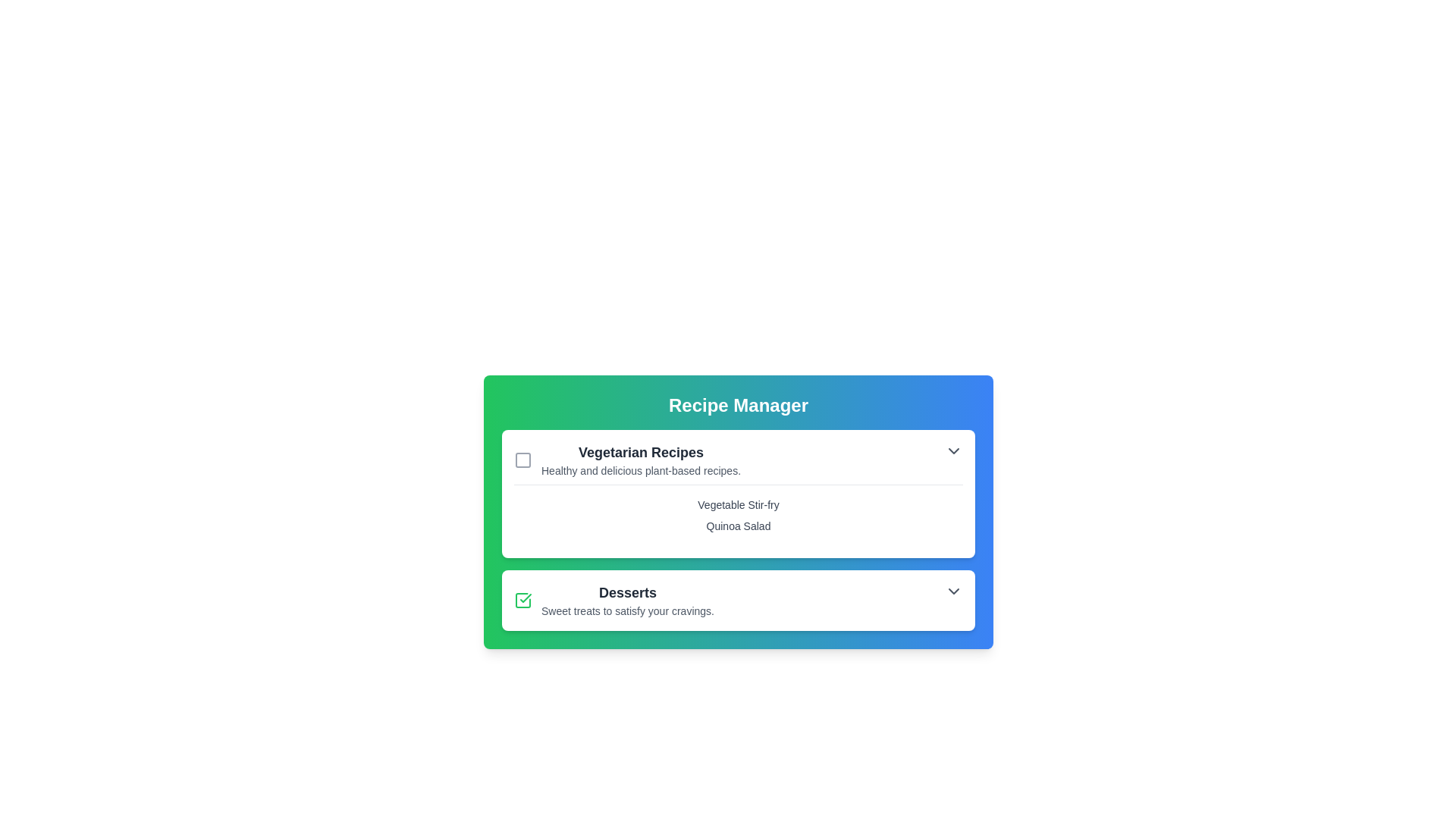  What do you see at coordinates (739, 599) in the screenshot?
I see `the checkbox` at bounding box center [739, 599].